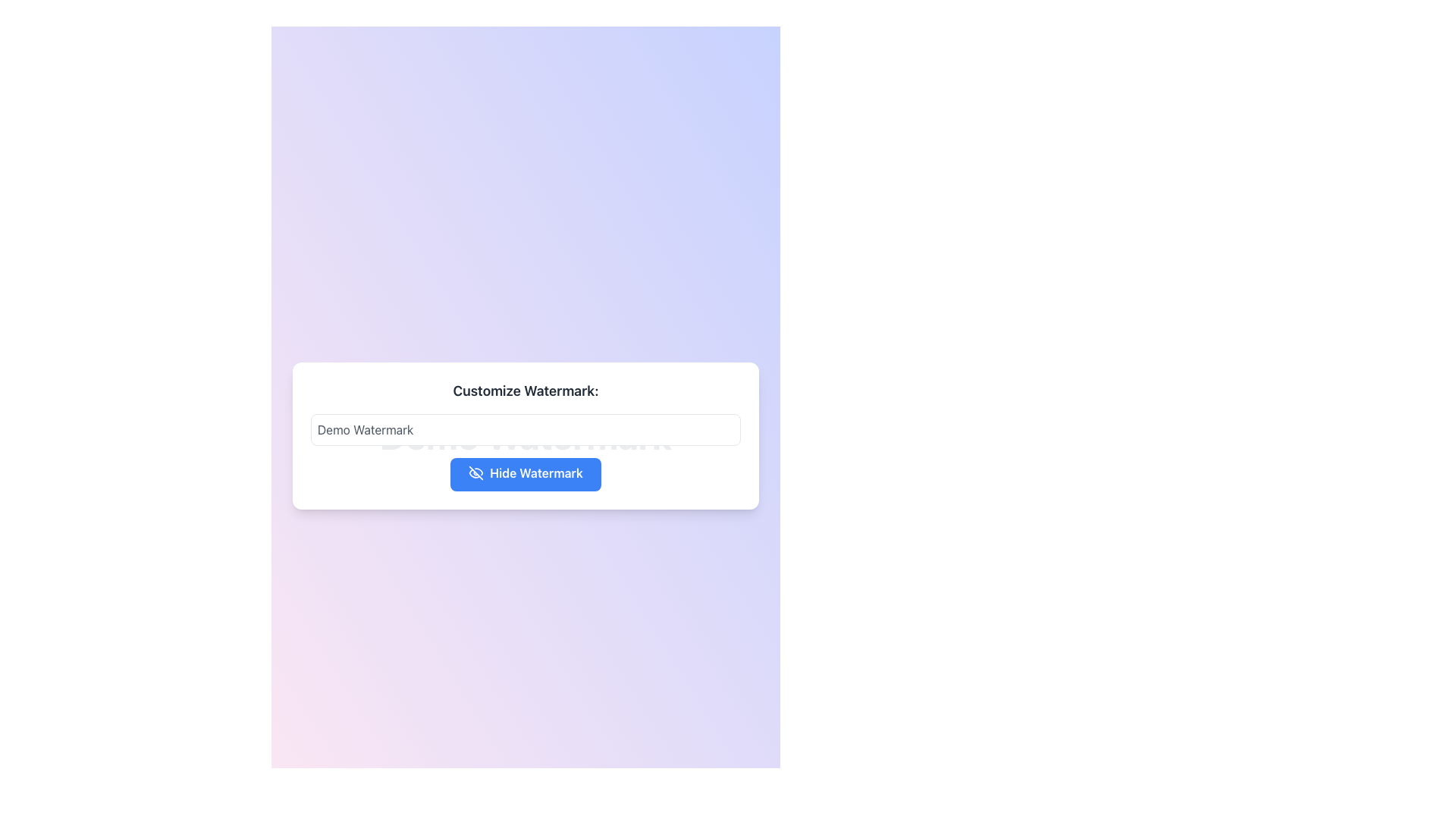  I want to click on the Icon that is located to the left of the 'Hide Watermark' button's text label, so click(475, 472).